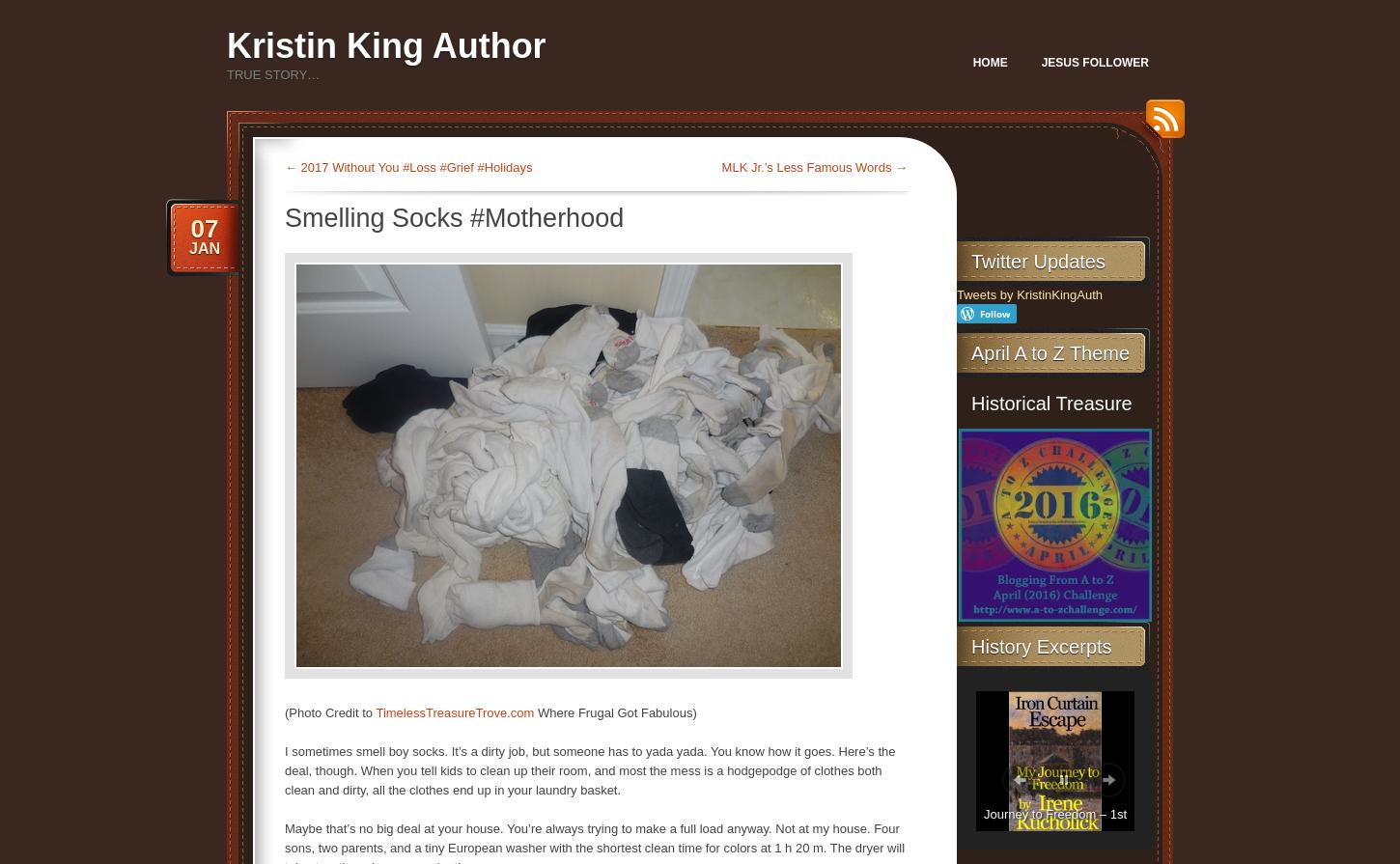 Image resolution: width=1400 pixels, height=864 pixels. Describe the element at coordinates (453, 217) in the screenshot. I see `'Smelling Socks #Motherhood'` at that location.